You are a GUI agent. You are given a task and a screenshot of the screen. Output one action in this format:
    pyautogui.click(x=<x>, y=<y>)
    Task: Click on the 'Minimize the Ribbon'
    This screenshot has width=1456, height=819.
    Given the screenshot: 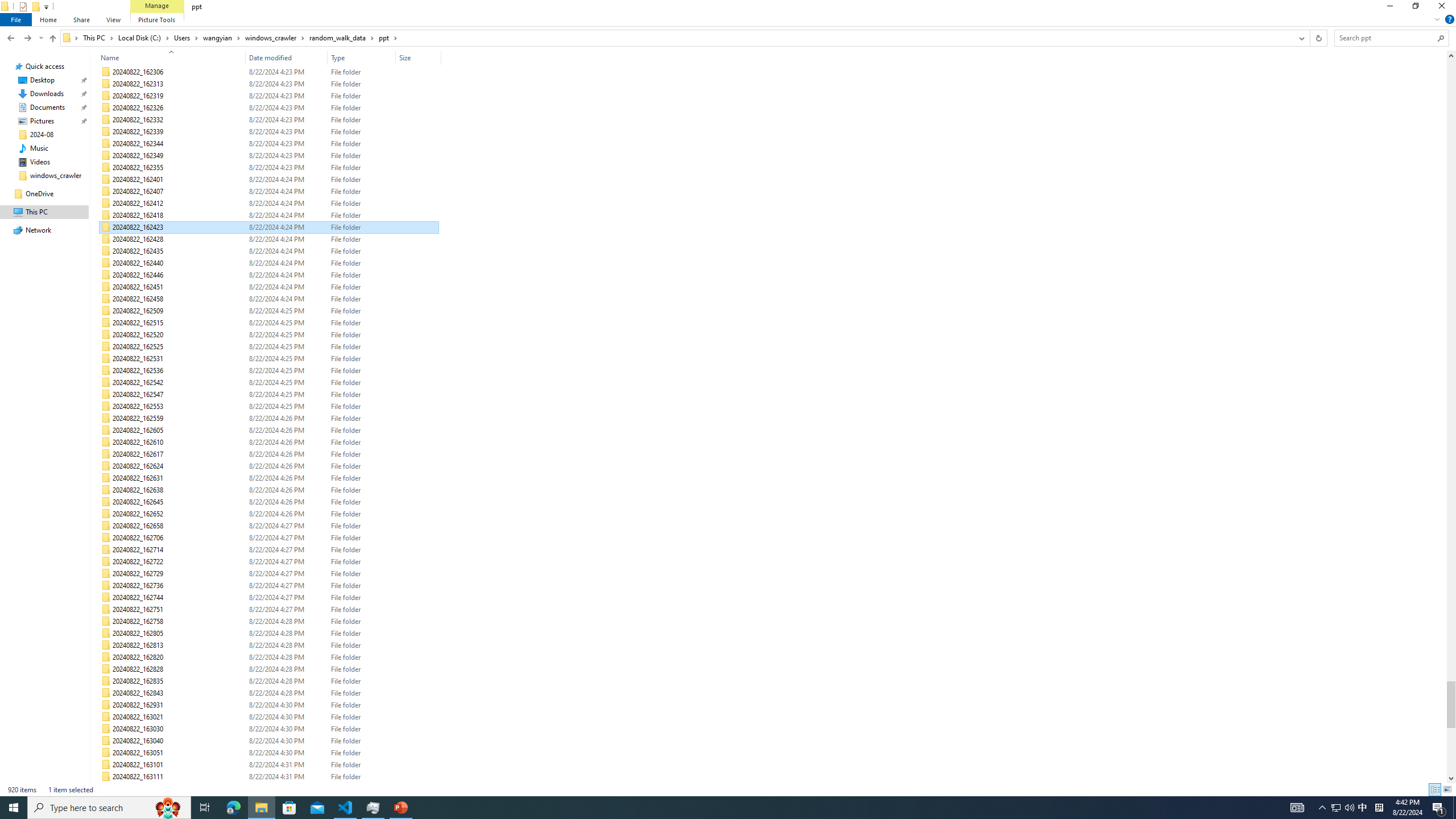 What is the action you would take?
    pyautogui.click(x=1437, y=18)
    